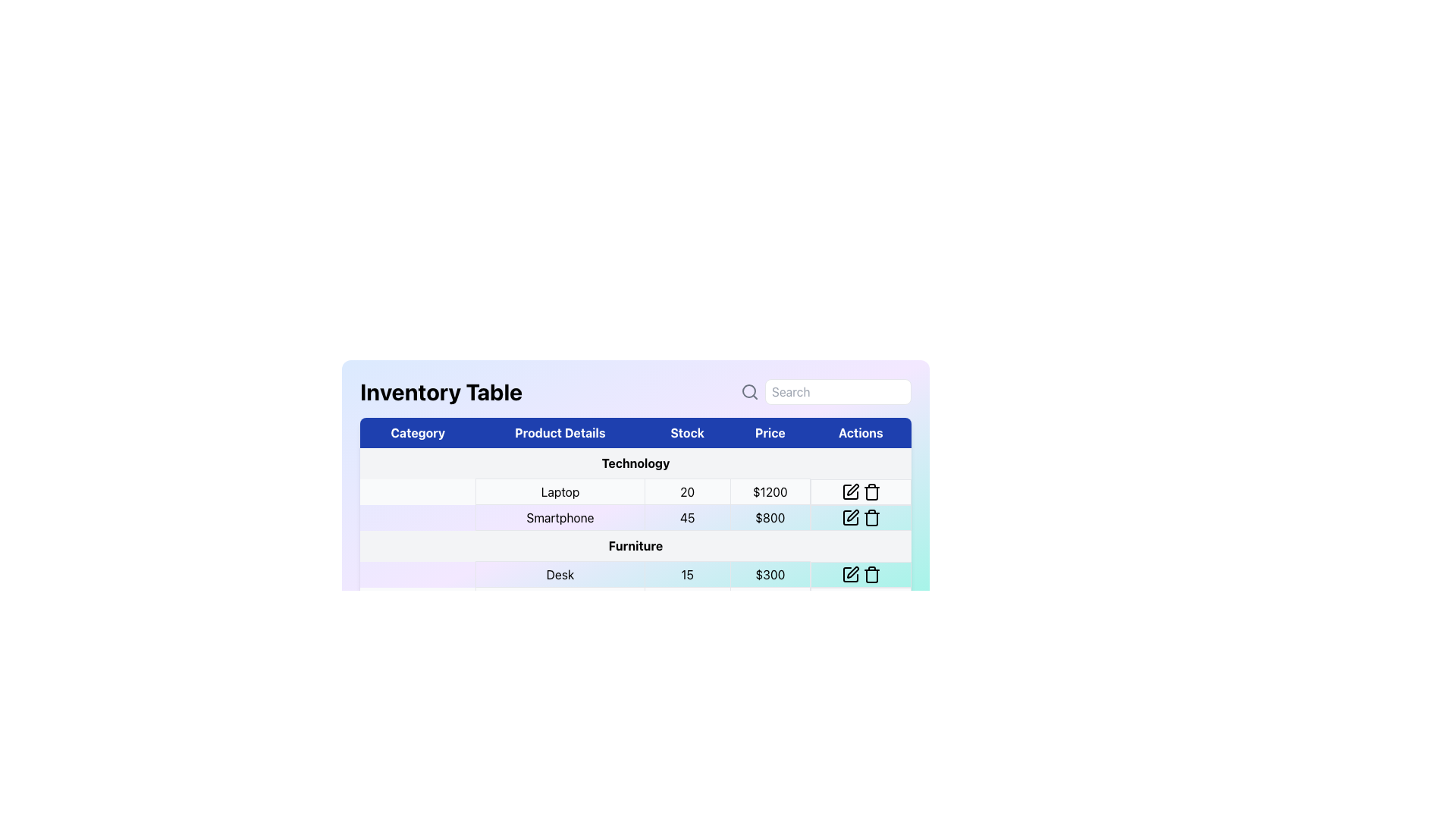 The image size is (1456, 819). What do you see at coordinates (635, 463) in the screenshot?
I see `the Table Section Header labeled 'Technology', which is bolded and has a light gray background, located in the first row of the table's body section` at bounding box center [635, 463].